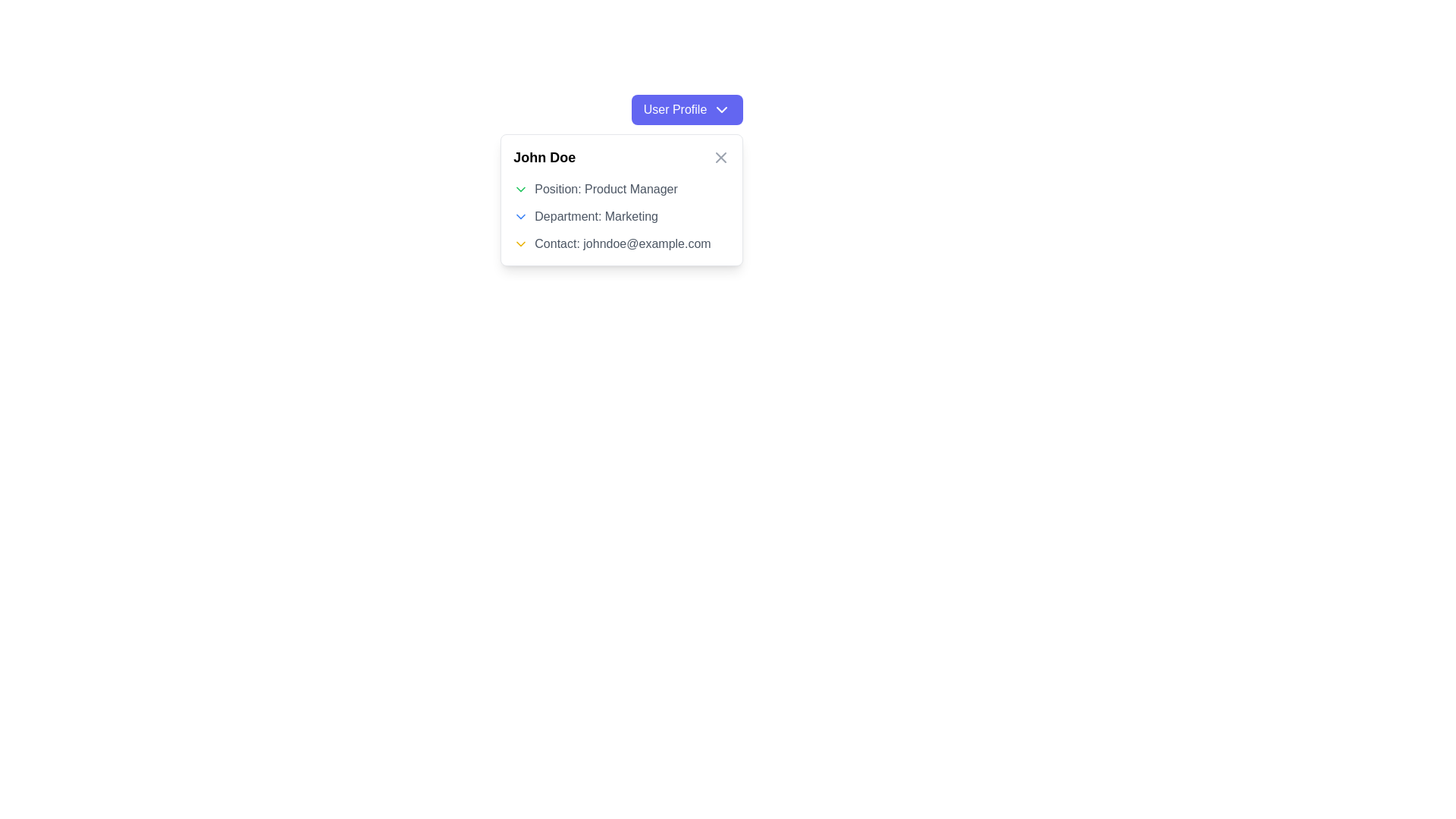 Image resolution: width=1456 pixels, height=819 pixels. I want to click on contact information displayed in the third row text label with a decorative icon, located below the 'Position: Product Manager' and 'Department: Marketing' labels, so click(622, 243).